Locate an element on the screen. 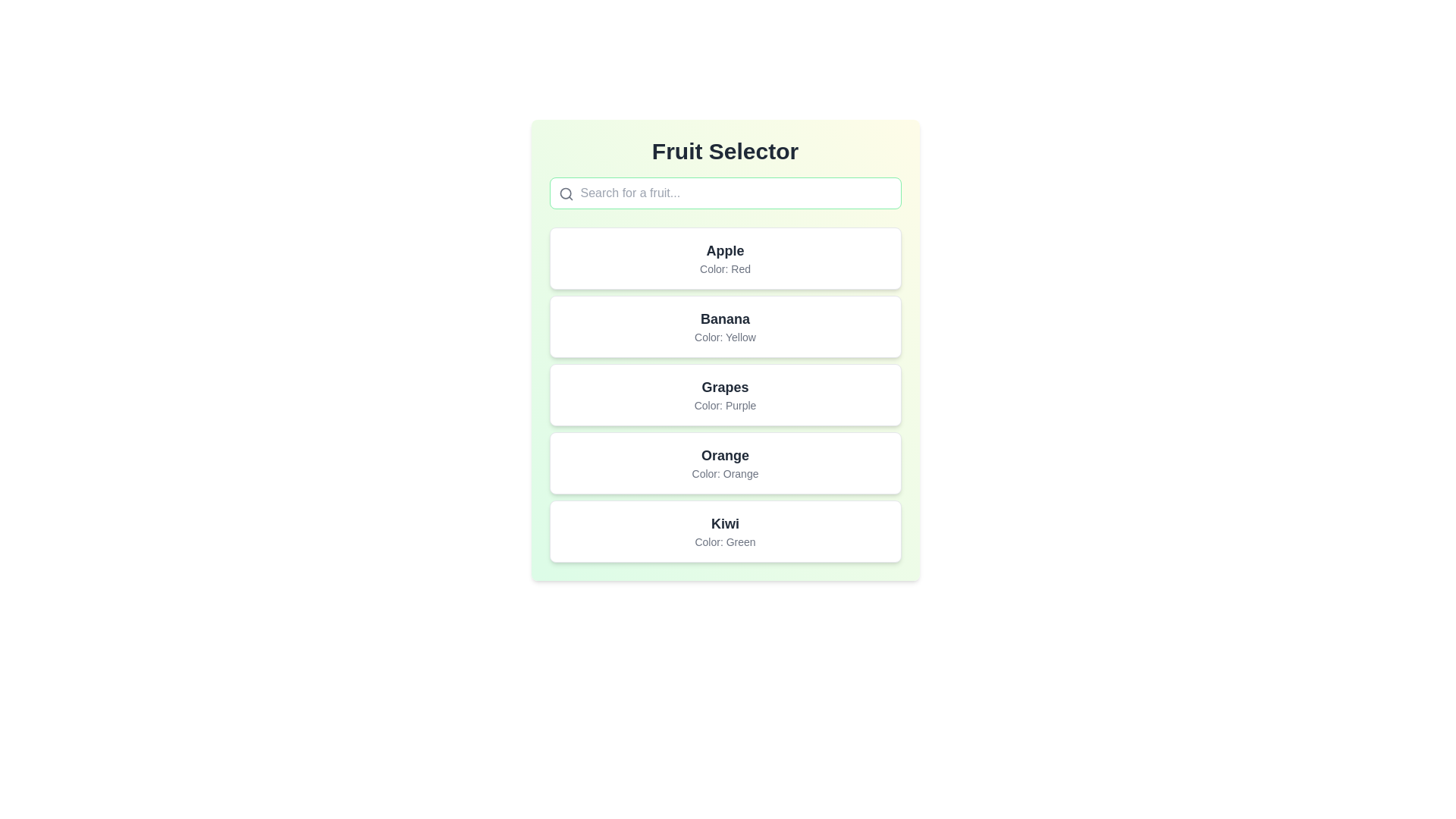 The height and width of the screenshot is (819, 1456). the selectable card displaying 'Banana' with the text 'Color: Yellow' below it, which is the second card in the group of similar cards is located at coordinates (724, 326).